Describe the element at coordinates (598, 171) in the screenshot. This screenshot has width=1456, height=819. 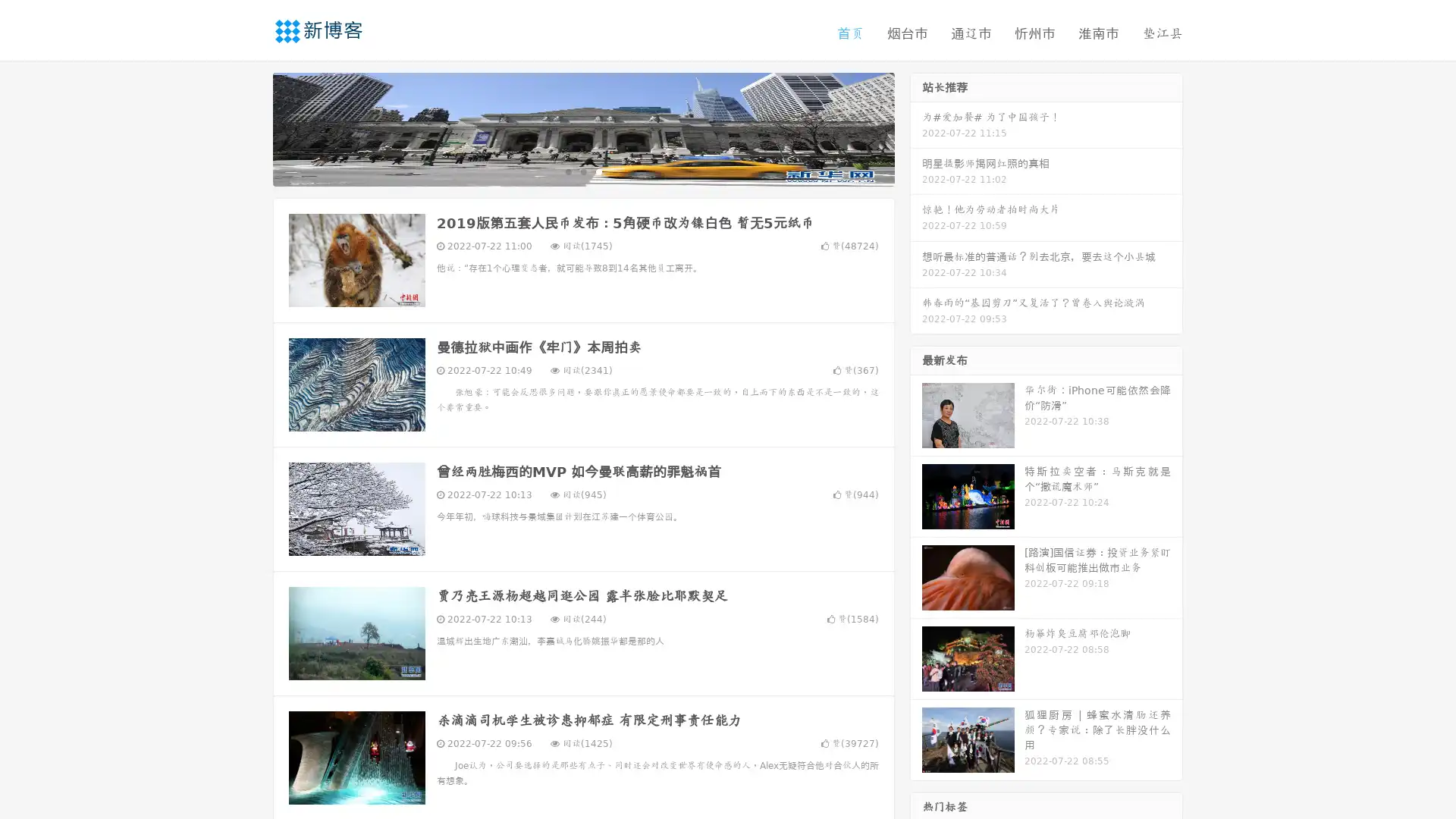
I see `Go to slide 3` at that location.